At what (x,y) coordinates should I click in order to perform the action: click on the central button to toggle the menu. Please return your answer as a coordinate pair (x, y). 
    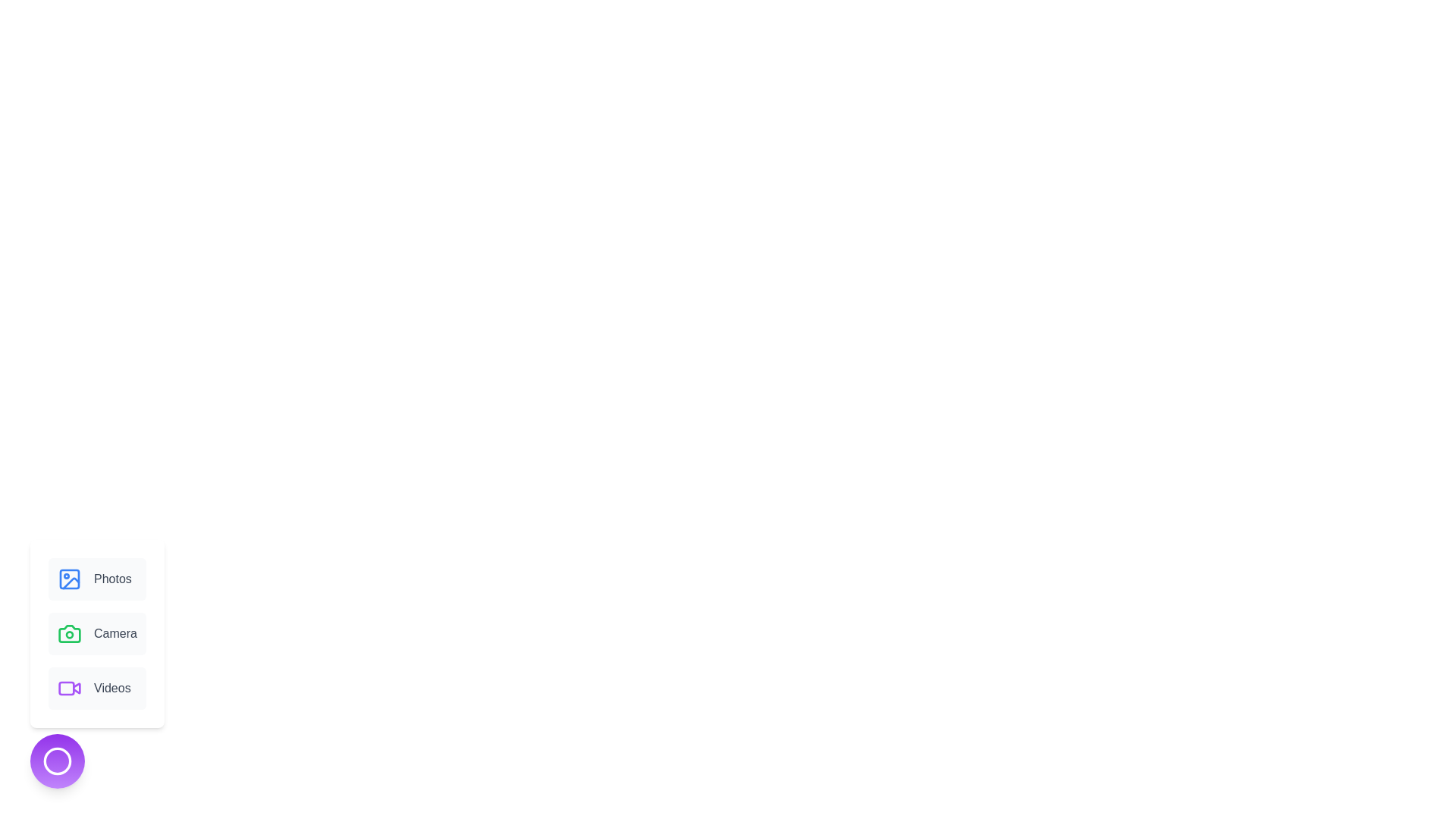
    Looking at the image, I should click on (58, 761).